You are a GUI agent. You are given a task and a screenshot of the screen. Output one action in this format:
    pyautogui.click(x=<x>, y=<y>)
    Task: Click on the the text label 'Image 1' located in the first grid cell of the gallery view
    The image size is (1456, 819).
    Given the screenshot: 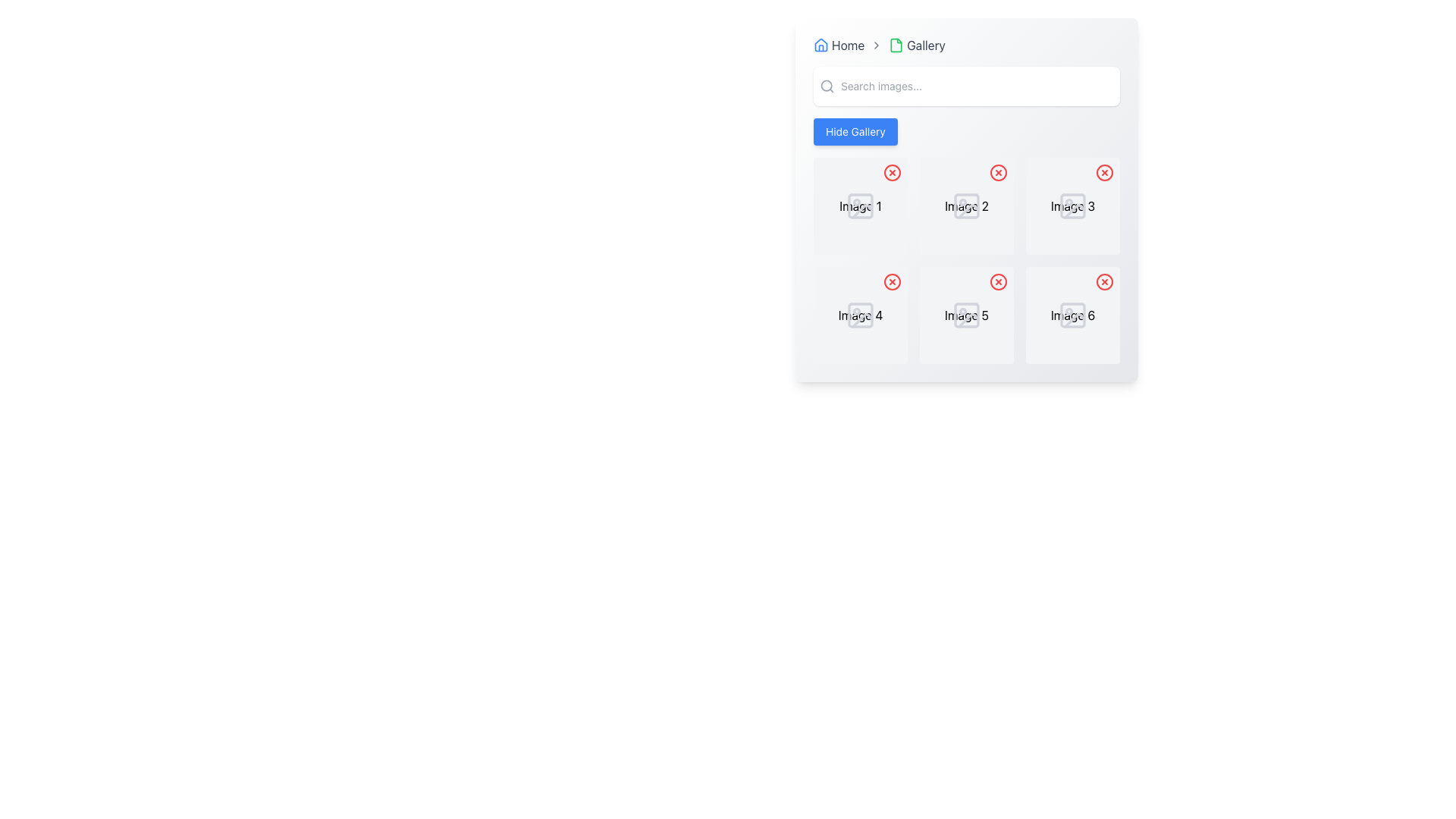 What is the action you would take?
    pyautogui.click(x=860, y=206)
    